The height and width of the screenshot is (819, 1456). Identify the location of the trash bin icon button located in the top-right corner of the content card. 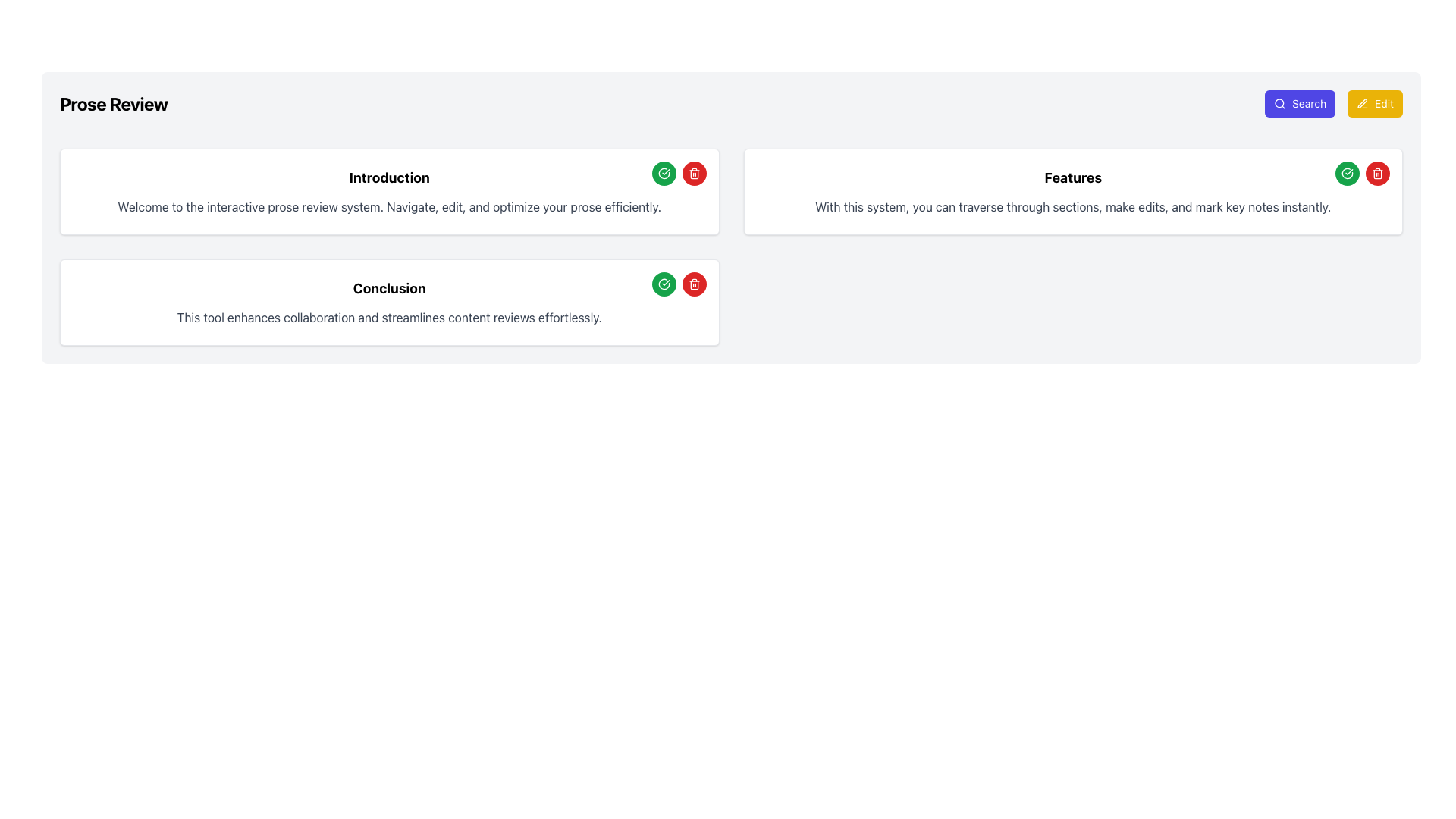
(693, 284).